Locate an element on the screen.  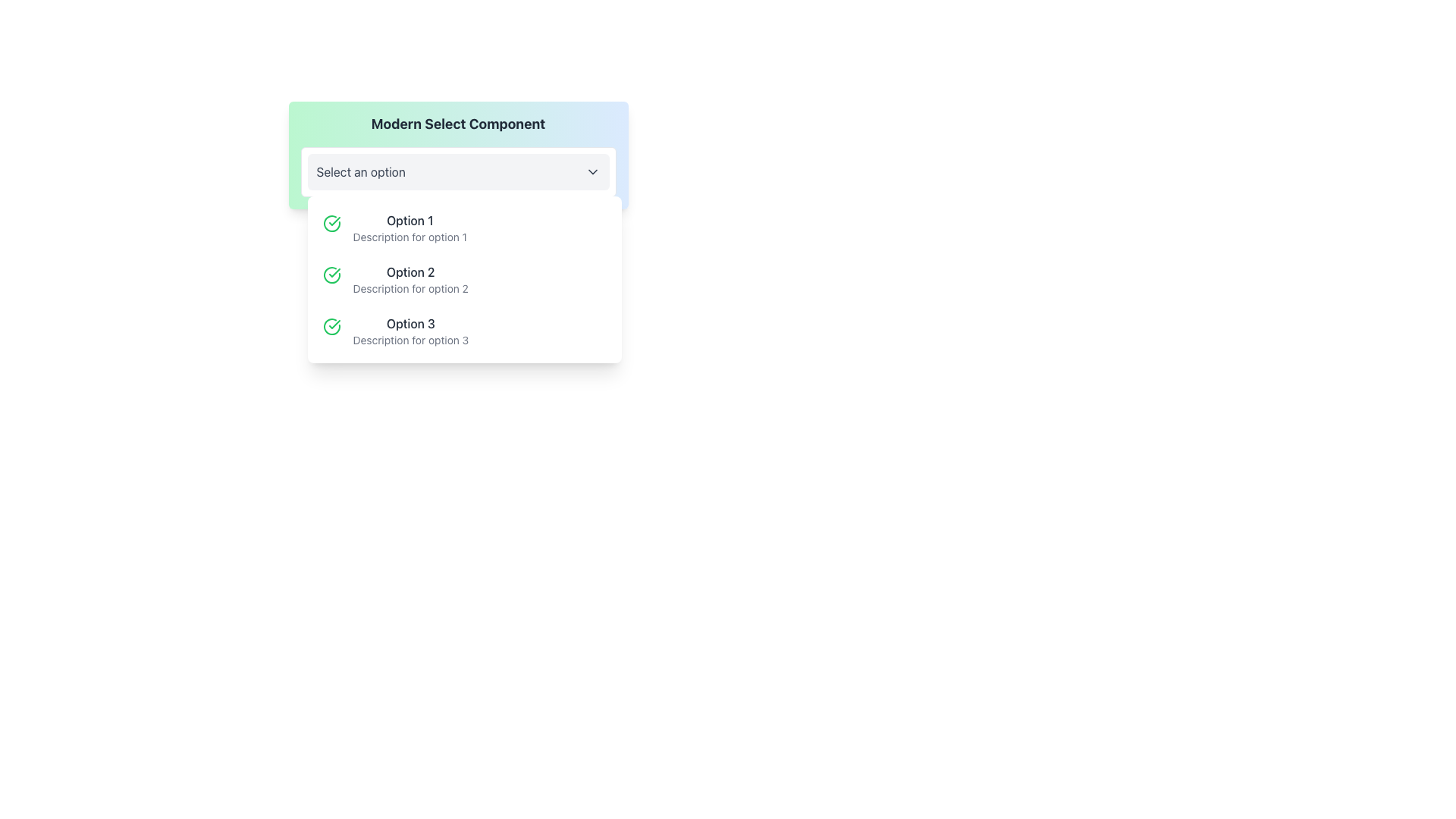
the text label displaying 'Option 2', which is the second option in a dropdown list, located between 'Option 1' and 'Option 3' is located at coordinates (410, 271).